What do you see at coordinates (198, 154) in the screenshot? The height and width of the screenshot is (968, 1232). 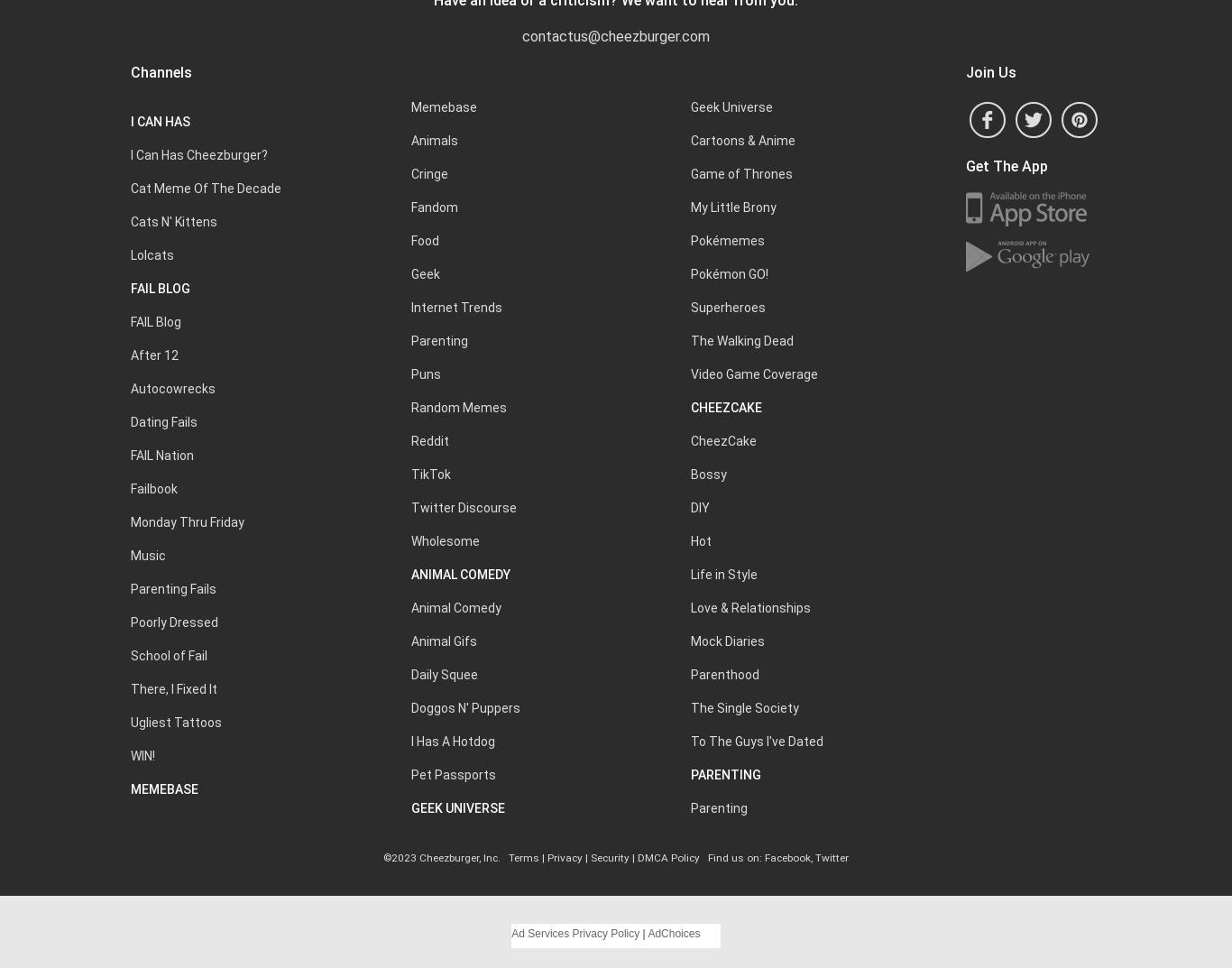 I see `'I Can Has Cheezburger?'` at bounding box center [198, 154].